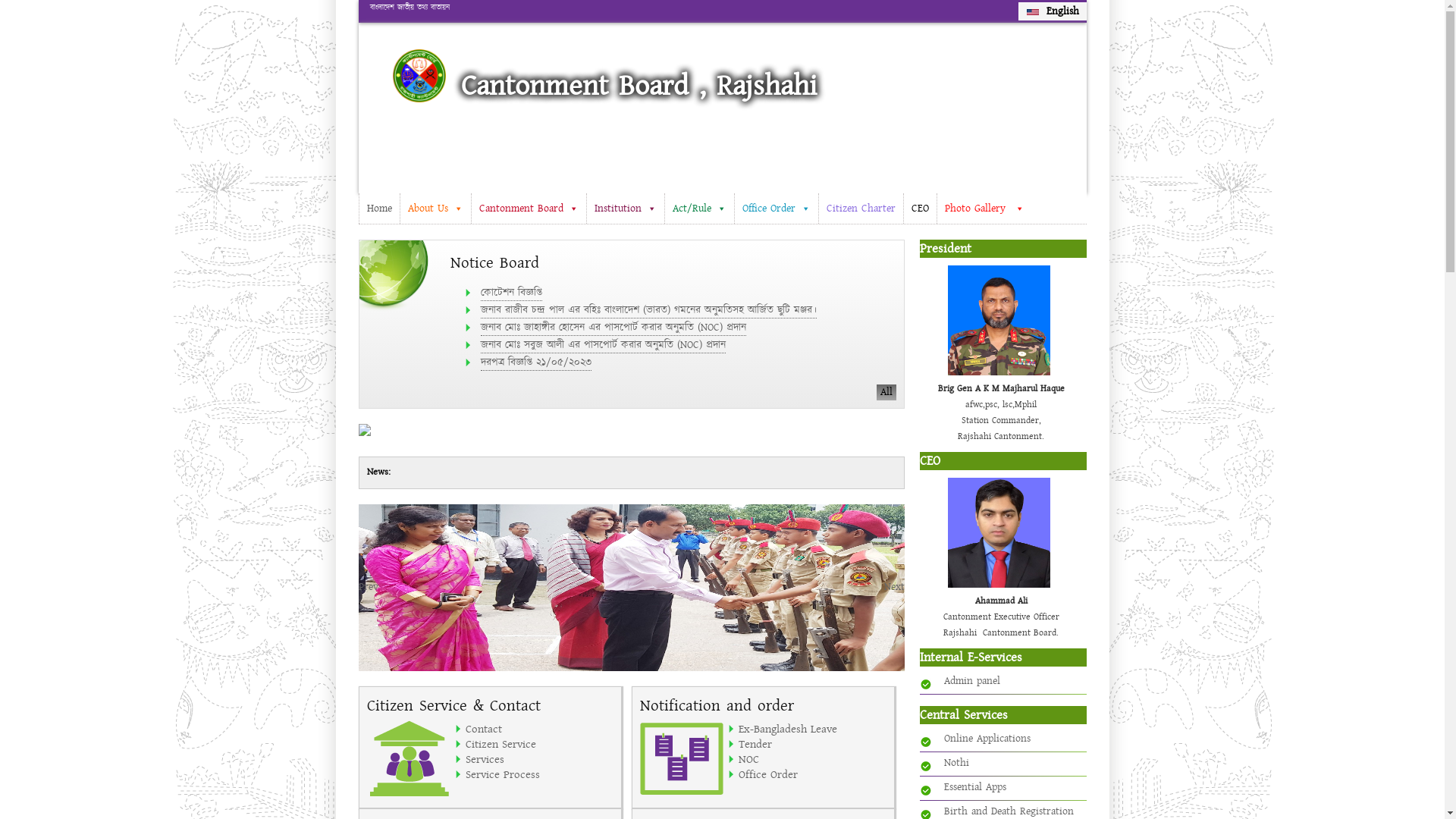 Image resolution: width=1456 pixels, height=819 pixels. What do you see at coordinates (528, 208) in the screenshot?
I see `'Cantonment Board'` at bounding box center [528, 208].